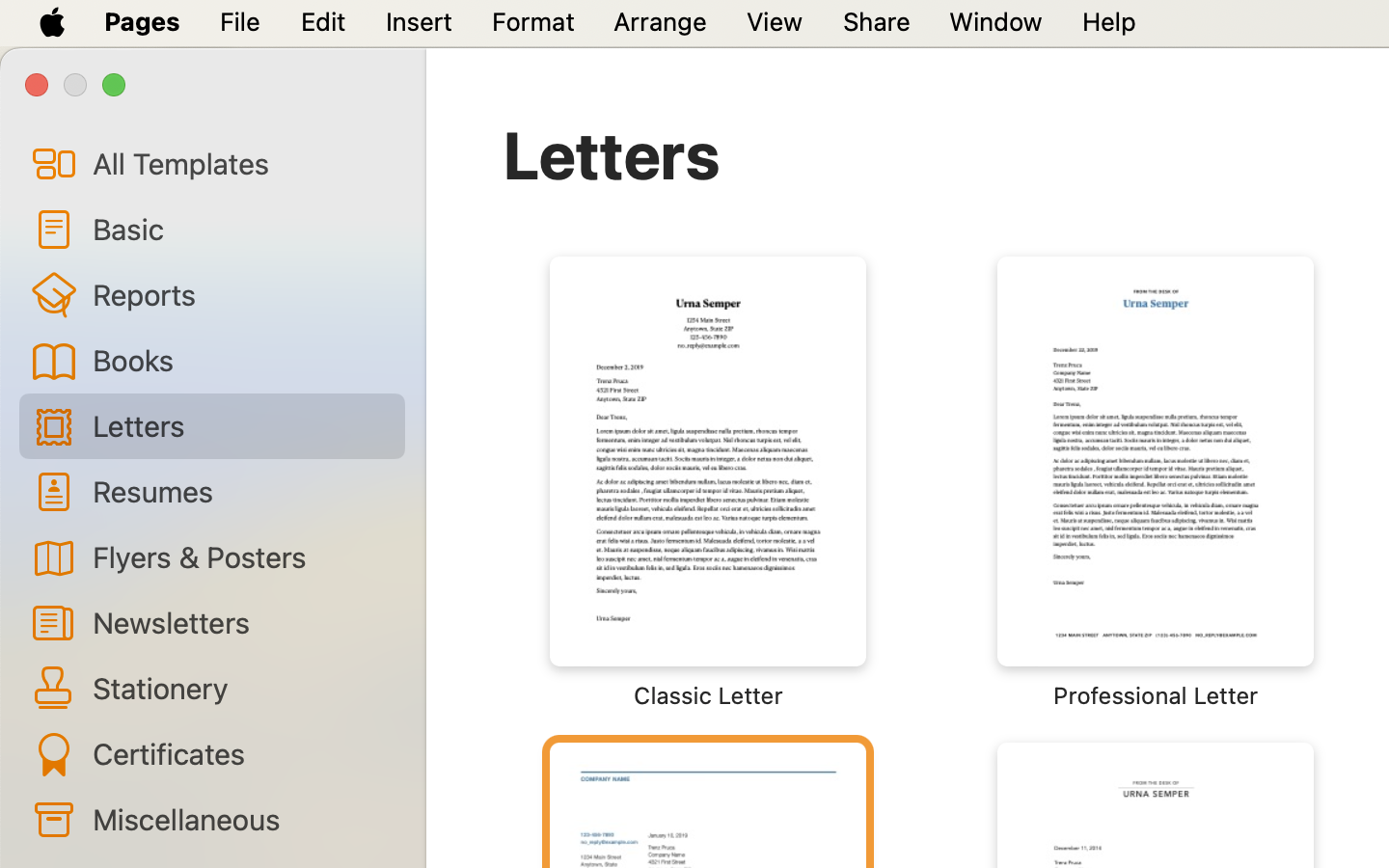 This screenshot has height=868, width=1389. I want to click on 'Stationery', so click(239, 686).